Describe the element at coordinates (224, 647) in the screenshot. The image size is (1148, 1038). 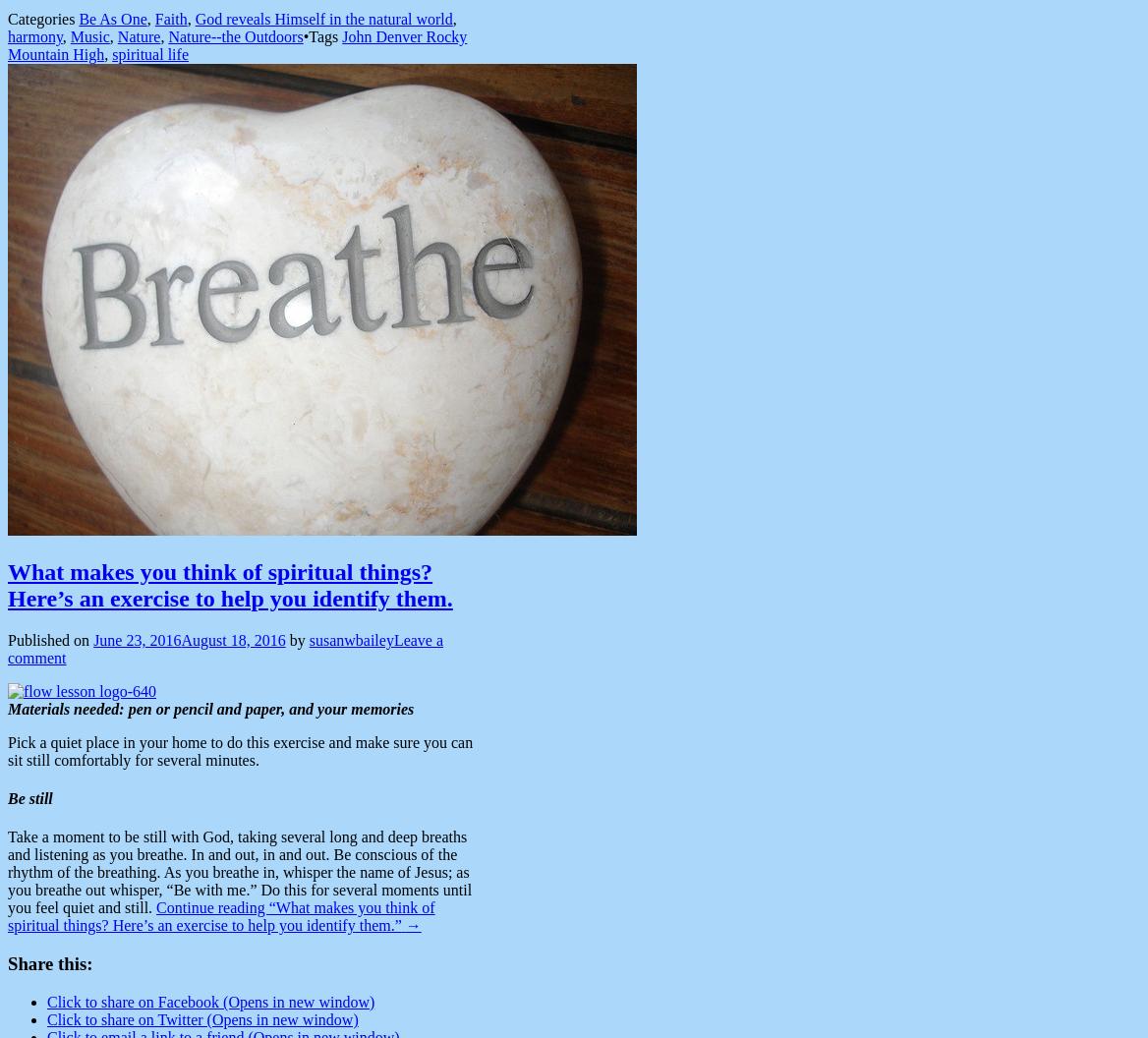
I see `'Leave a comment'` at that location.